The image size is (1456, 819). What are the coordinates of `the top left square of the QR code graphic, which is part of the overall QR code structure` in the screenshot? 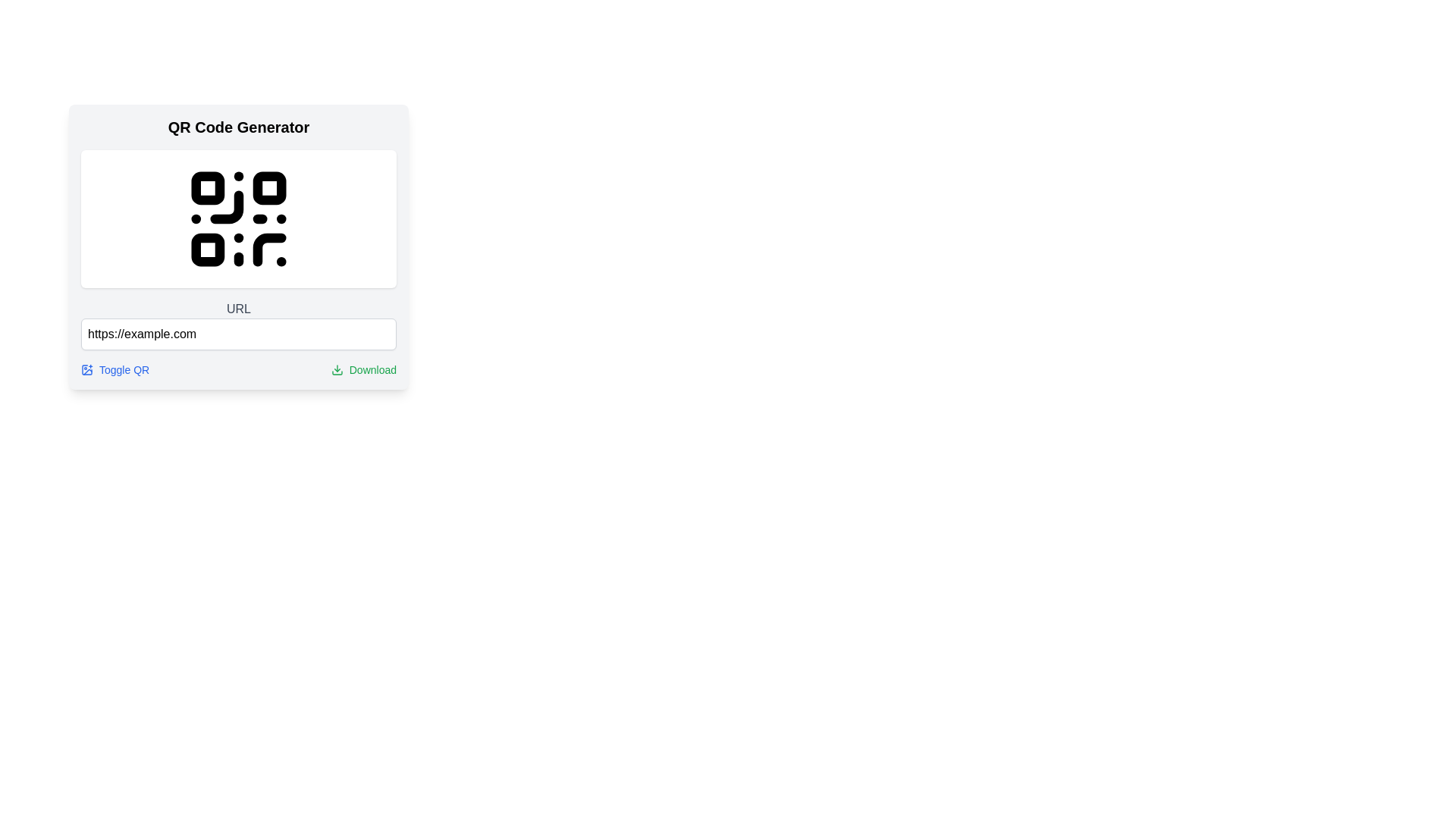 It's located at (207, 187).